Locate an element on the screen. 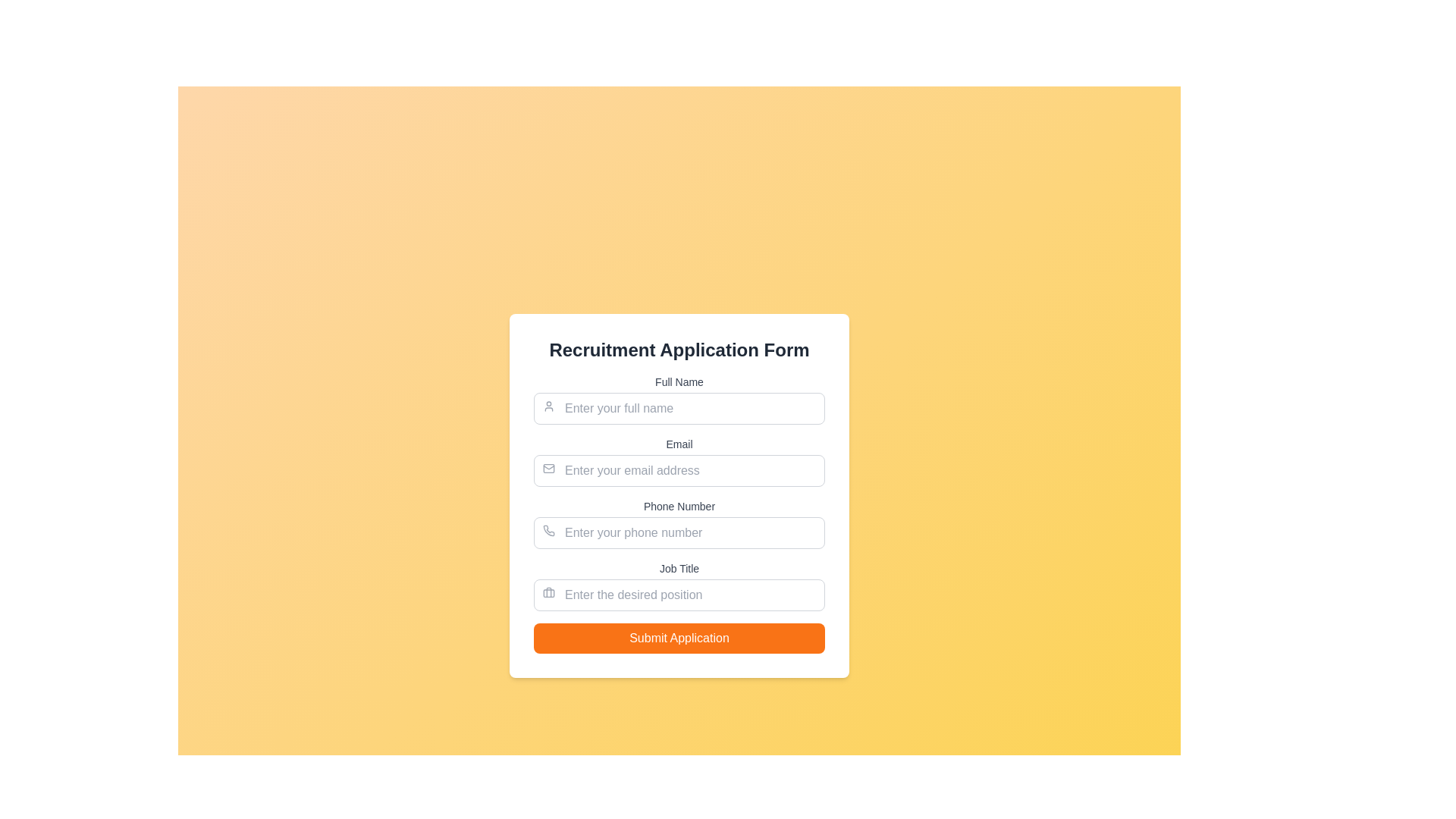 The height and width of the screenshot is (819, 1456). the label indicating 'Email Address' to focus the associated input field below it in the form layout is located at coordinates (679, 461).